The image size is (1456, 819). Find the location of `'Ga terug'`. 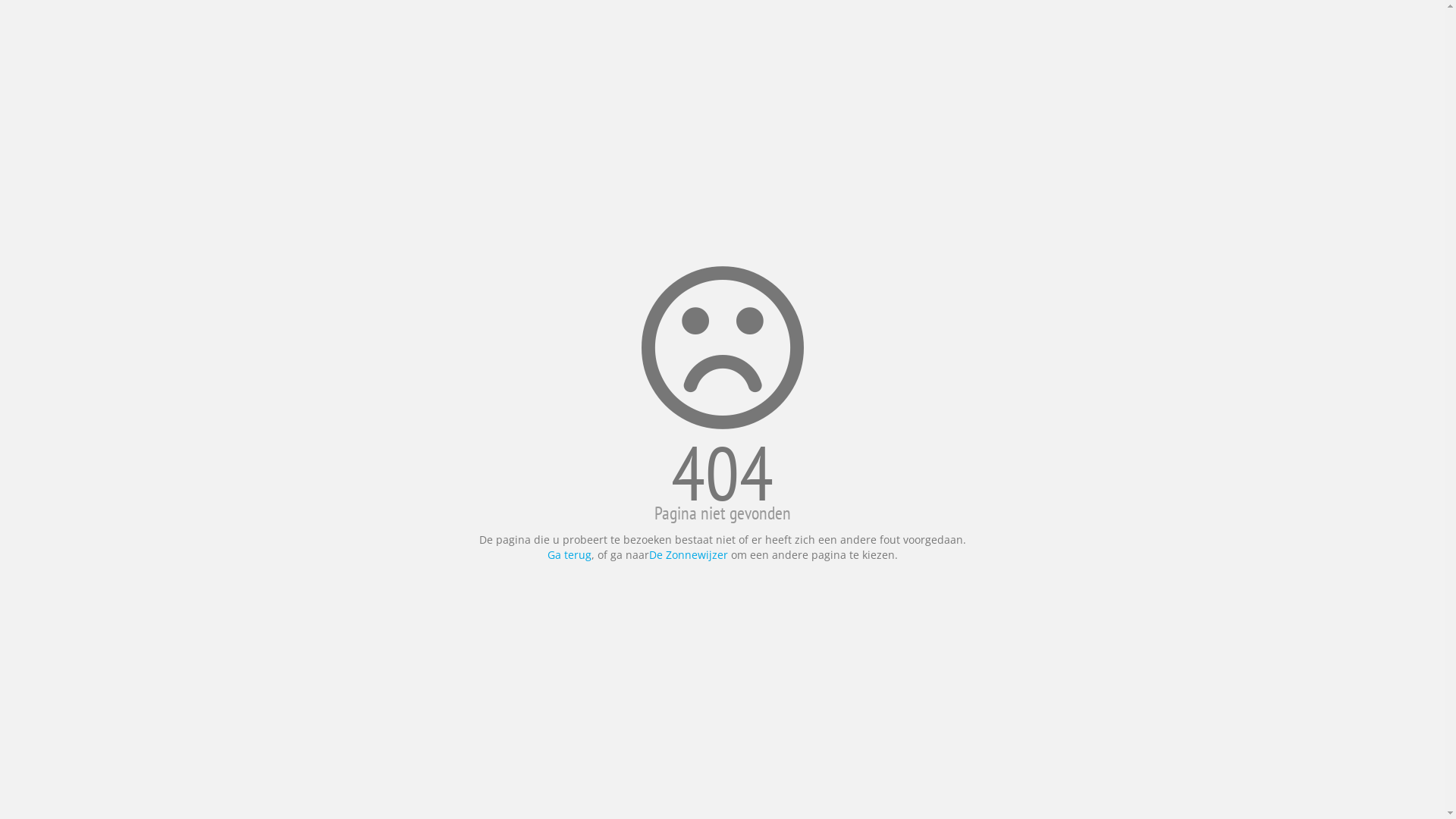

'Ga terug' is located at coordinates (568, 554).